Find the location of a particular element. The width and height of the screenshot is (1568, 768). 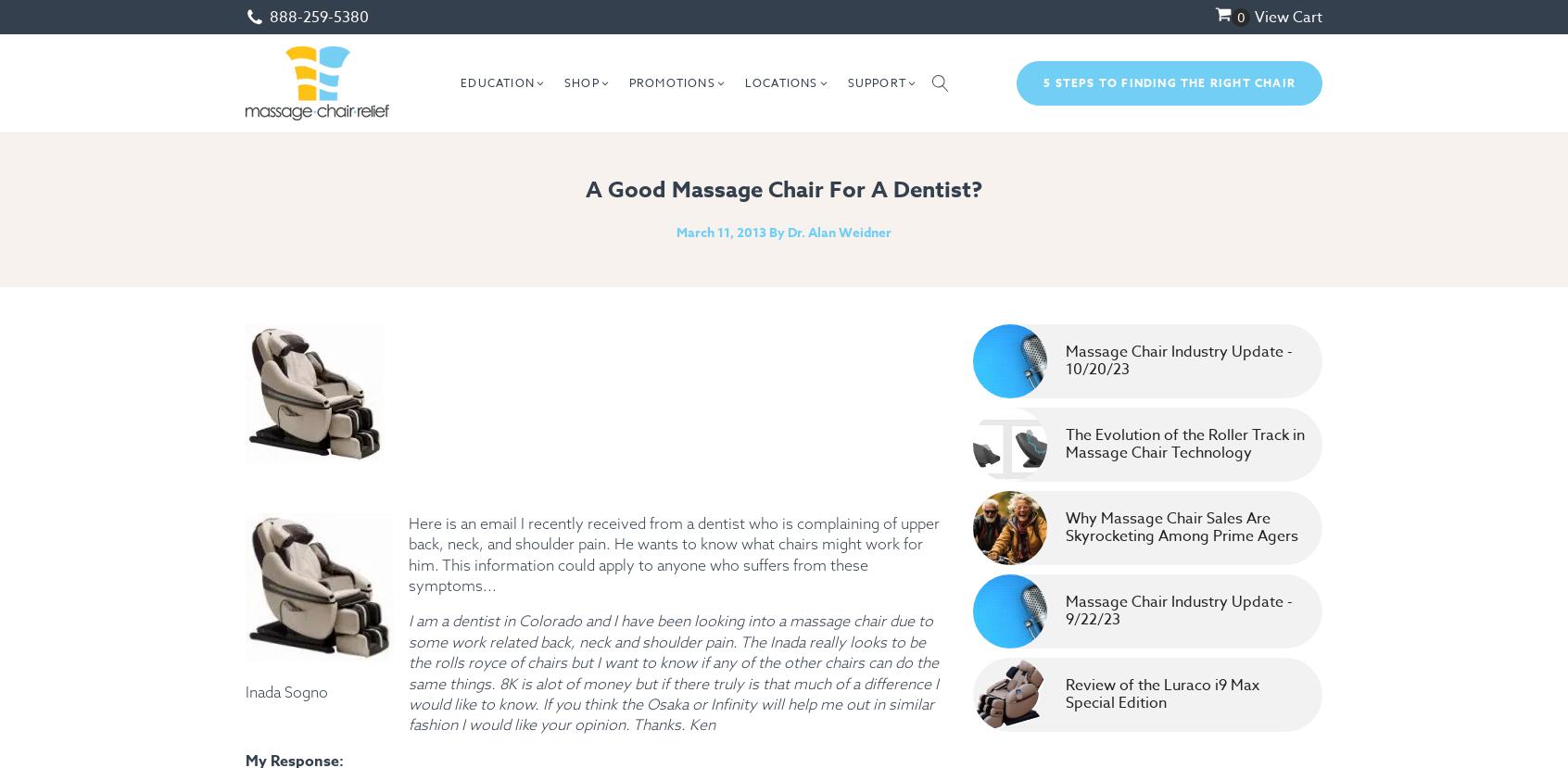

'888-259-5380' is located at coordinates (318, 16).